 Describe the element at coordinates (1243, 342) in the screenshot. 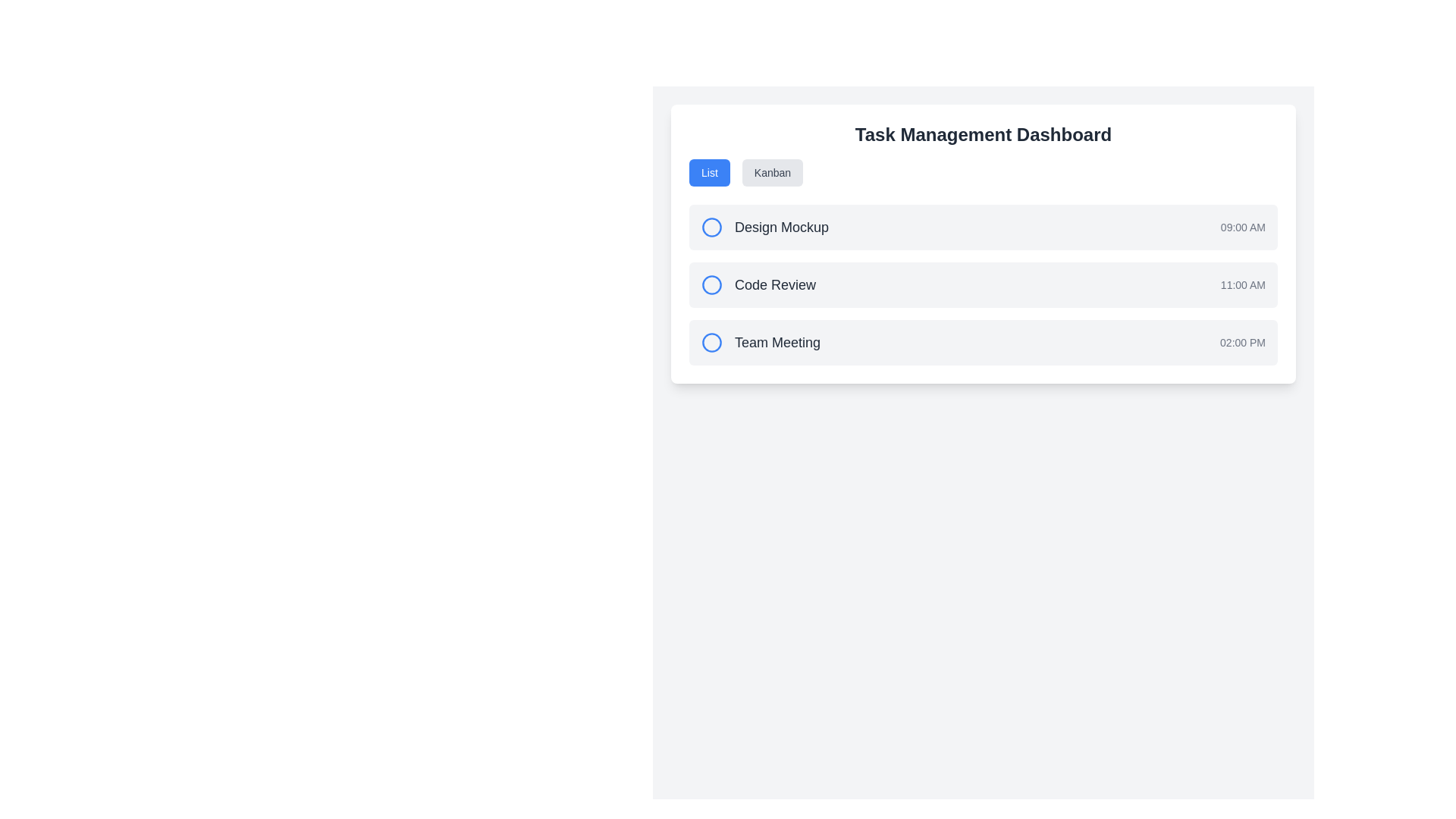

I see `the timestamp text label displaying '02:00 PM', which is located on the far right of the 'Team Meeting' row in a smaller gray font` at that location.